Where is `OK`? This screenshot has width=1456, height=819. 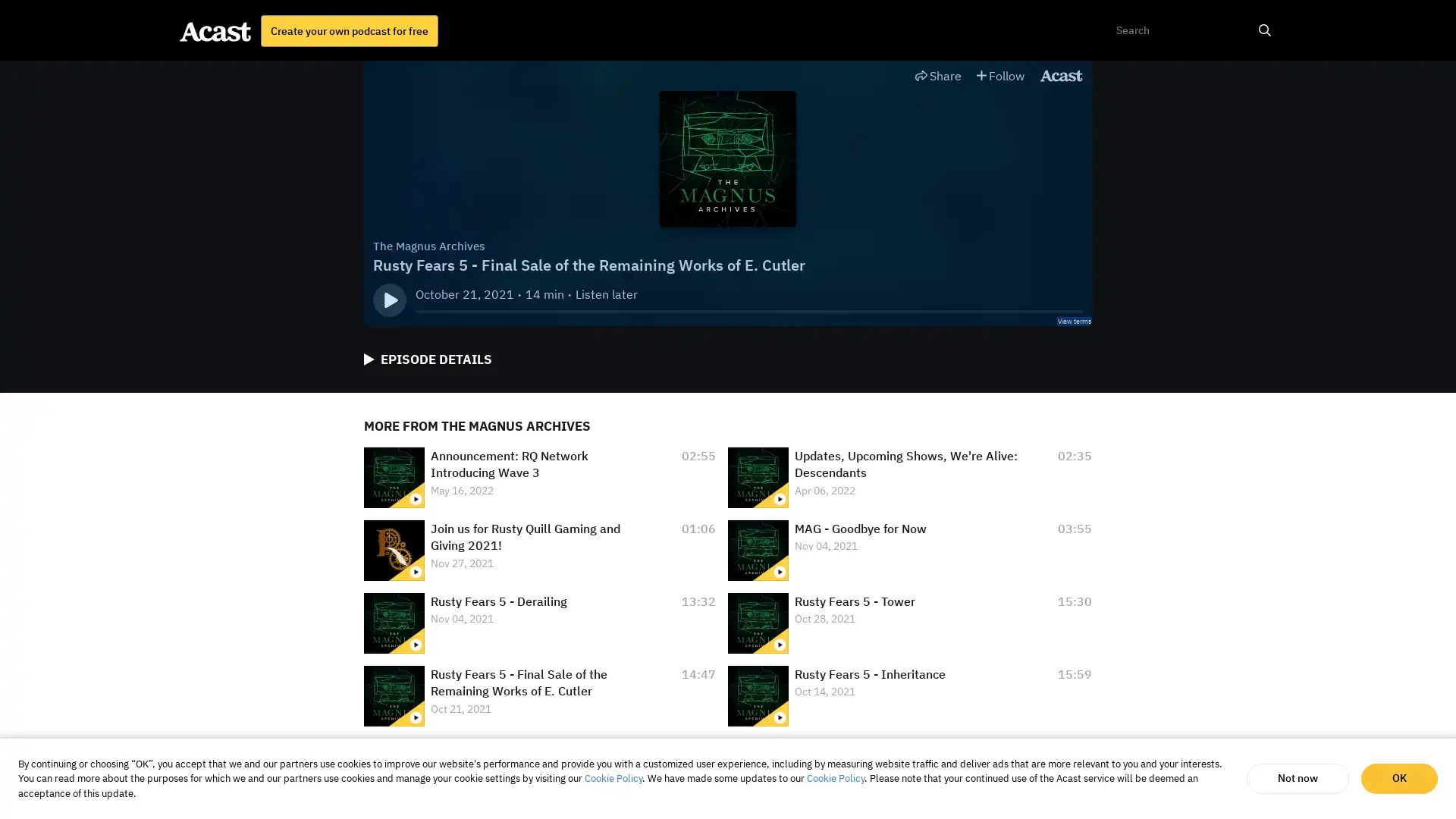 OK is located at coordinates (1398, 778).